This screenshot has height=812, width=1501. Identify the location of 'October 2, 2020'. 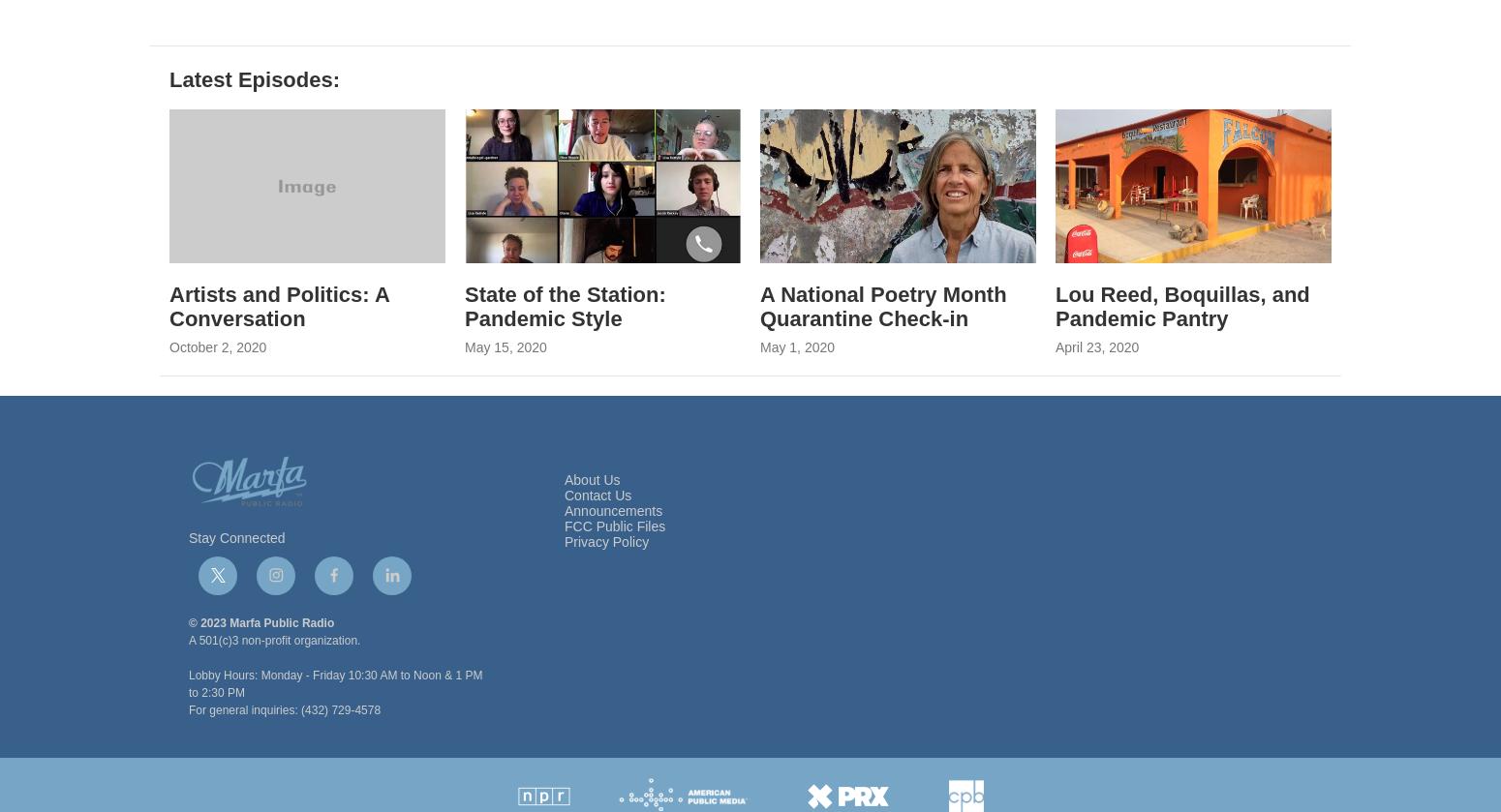
(217, 396).